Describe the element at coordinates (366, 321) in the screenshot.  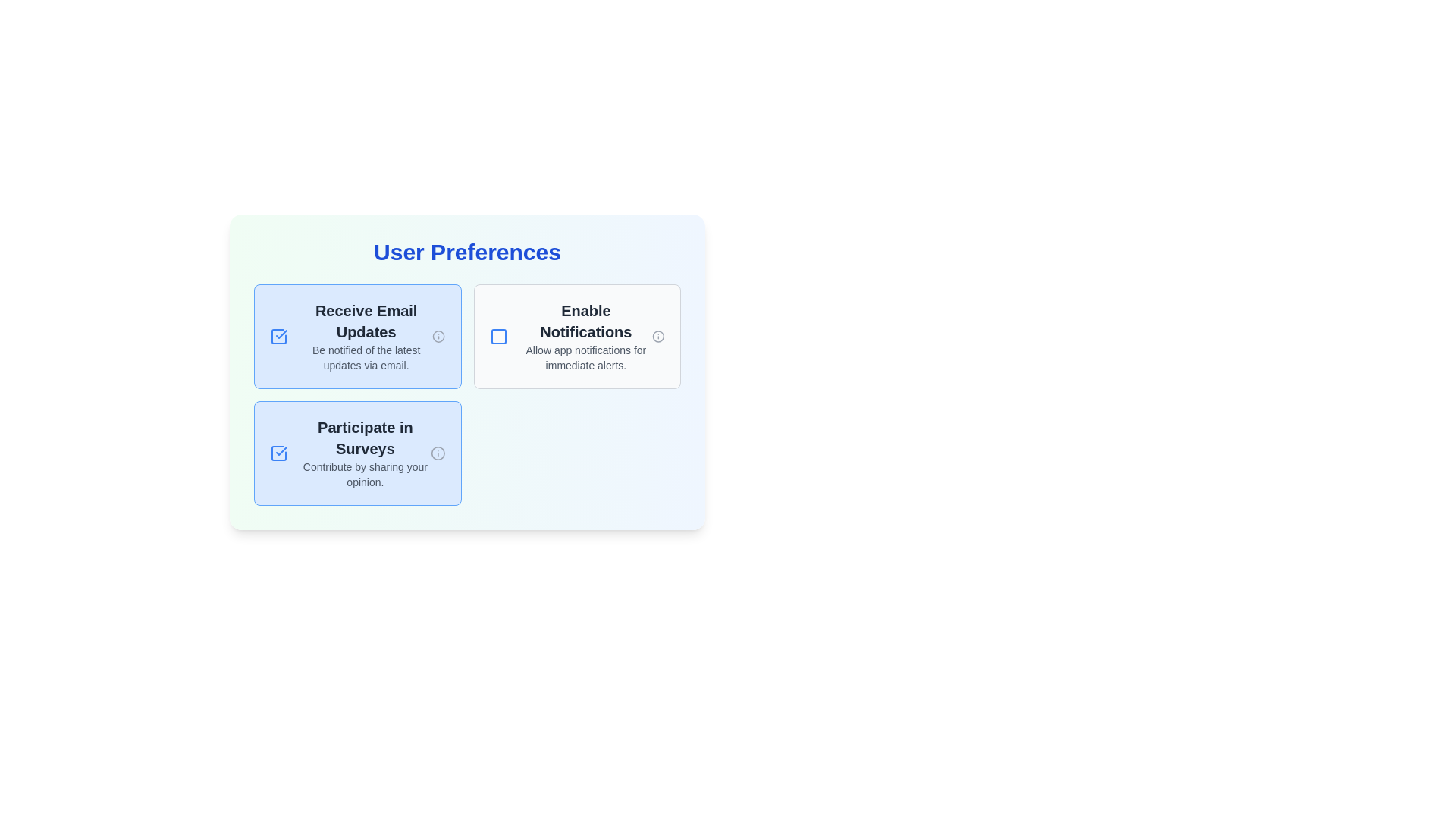
I see `the text label that reads 'Receive Email Updates', which is bold and dark in color, located in the upper-left card of the preference options grid` at that location.